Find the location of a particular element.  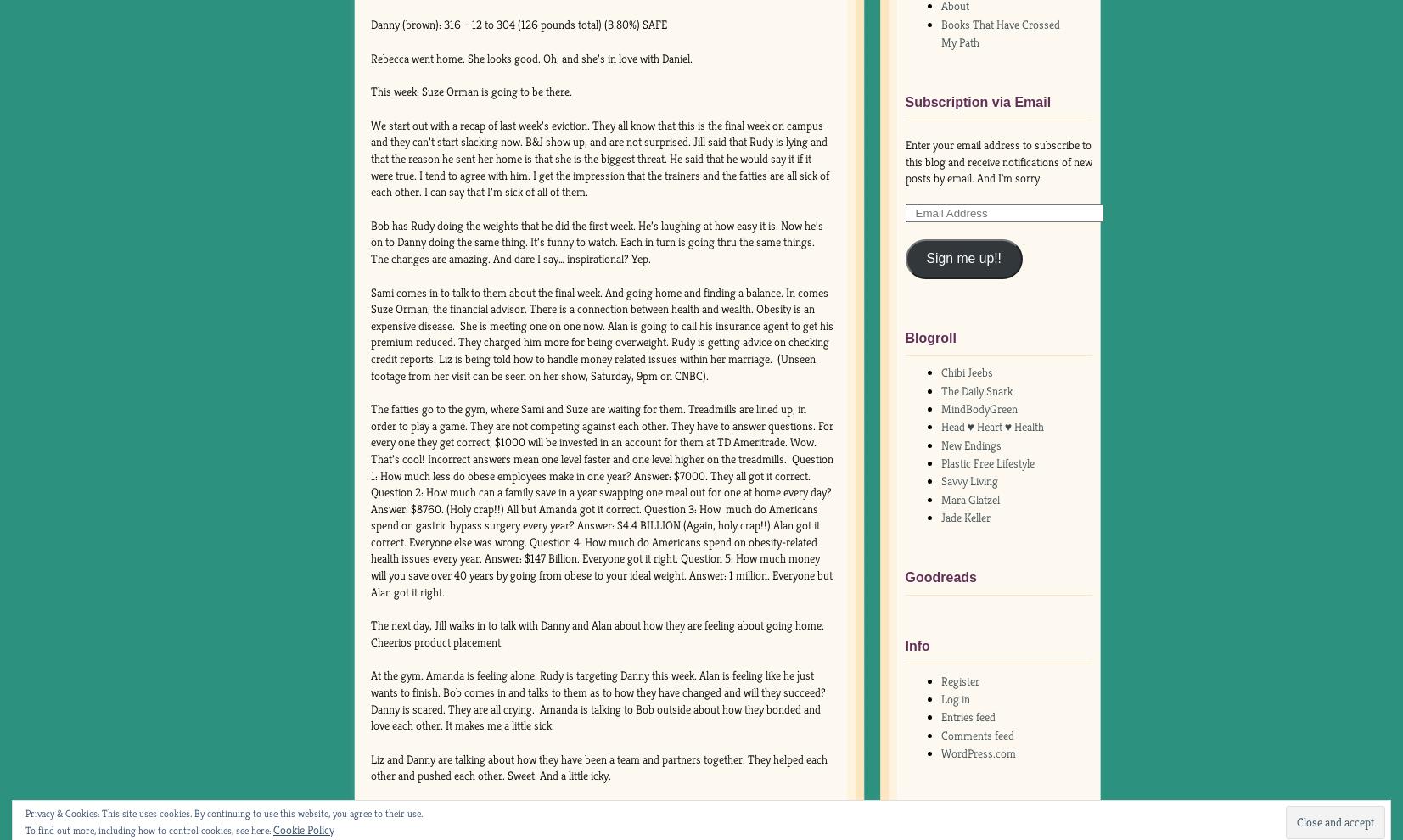

'Entries feed' is located at coordinates (968, 716).